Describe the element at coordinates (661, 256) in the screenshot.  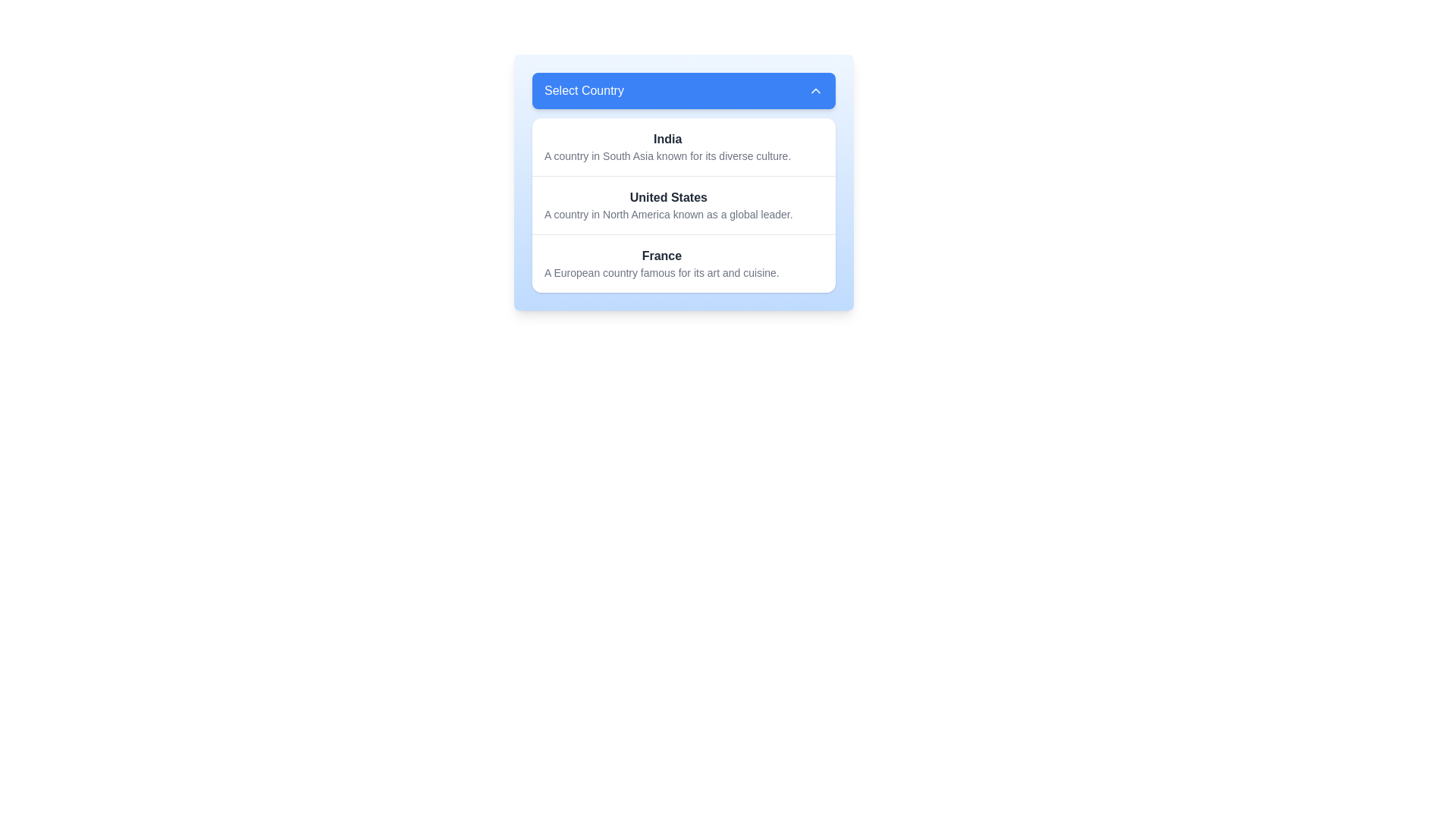
I see `the static text label 'France' which is the last option in the 'Select Country' dropdown list, providing a visual cue for country selection` at that location.